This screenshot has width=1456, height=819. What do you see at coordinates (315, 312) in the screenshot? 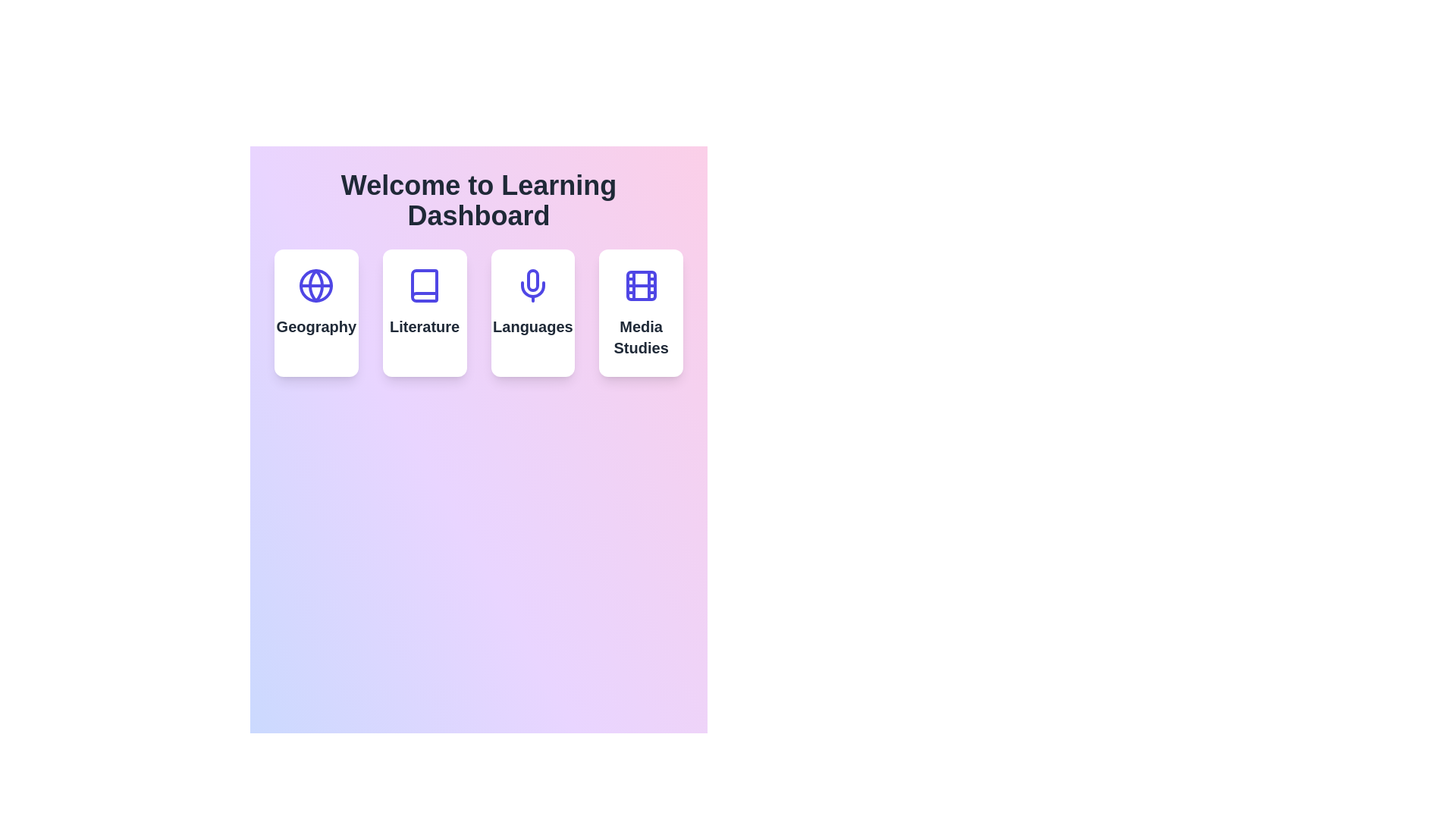
I see `the 'Geography' card, which is a selectable button-like card with a globe icon and bold black text` at bounding box center [315, 312].